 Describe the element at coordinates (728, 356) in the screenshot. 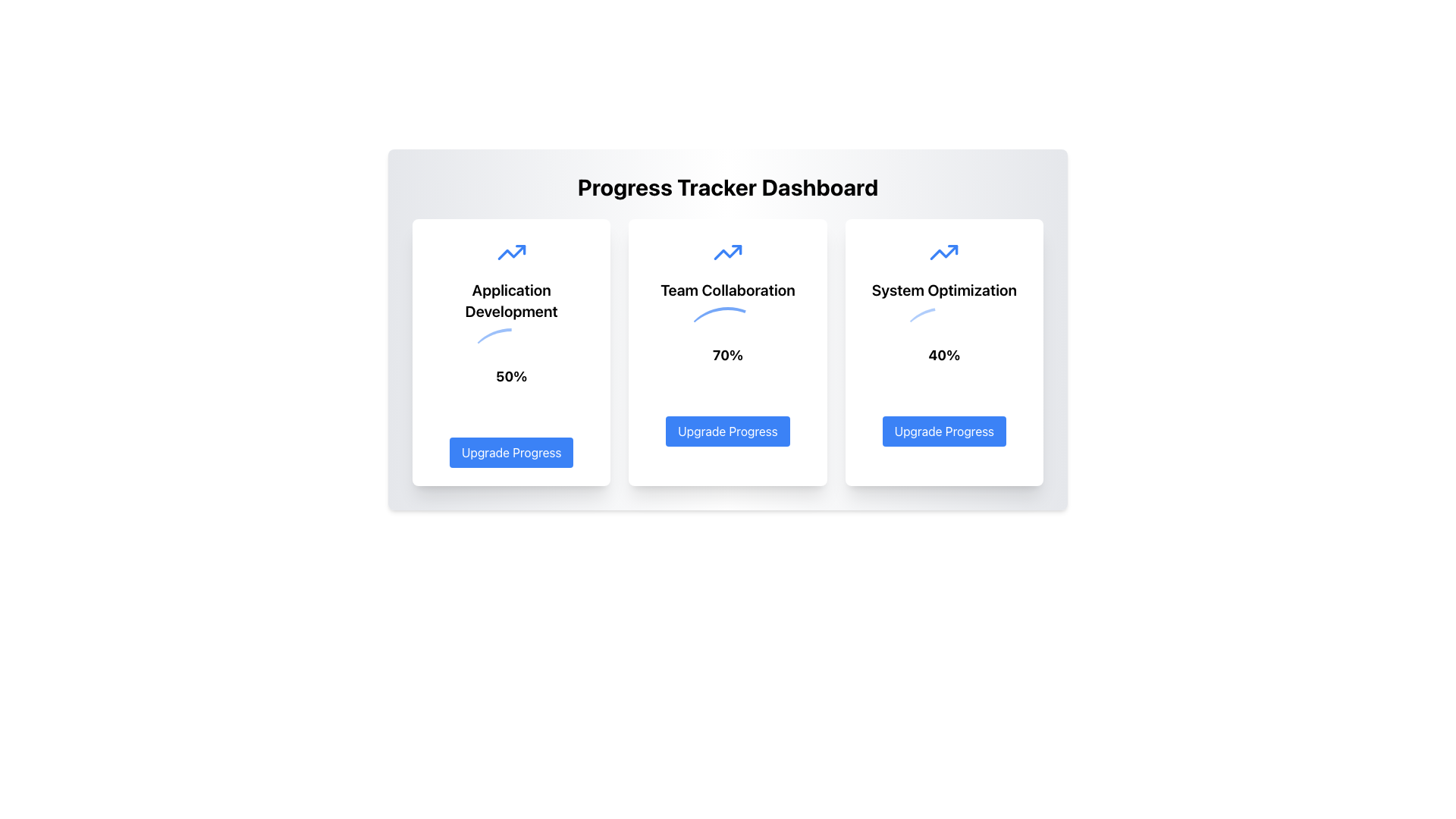

I see `the Circular progress indicator in the 'Team Collaboration' card on the 'Progress Tracker Dashboard', which is located above the 'Upgrade Progress' blue button` at that location.